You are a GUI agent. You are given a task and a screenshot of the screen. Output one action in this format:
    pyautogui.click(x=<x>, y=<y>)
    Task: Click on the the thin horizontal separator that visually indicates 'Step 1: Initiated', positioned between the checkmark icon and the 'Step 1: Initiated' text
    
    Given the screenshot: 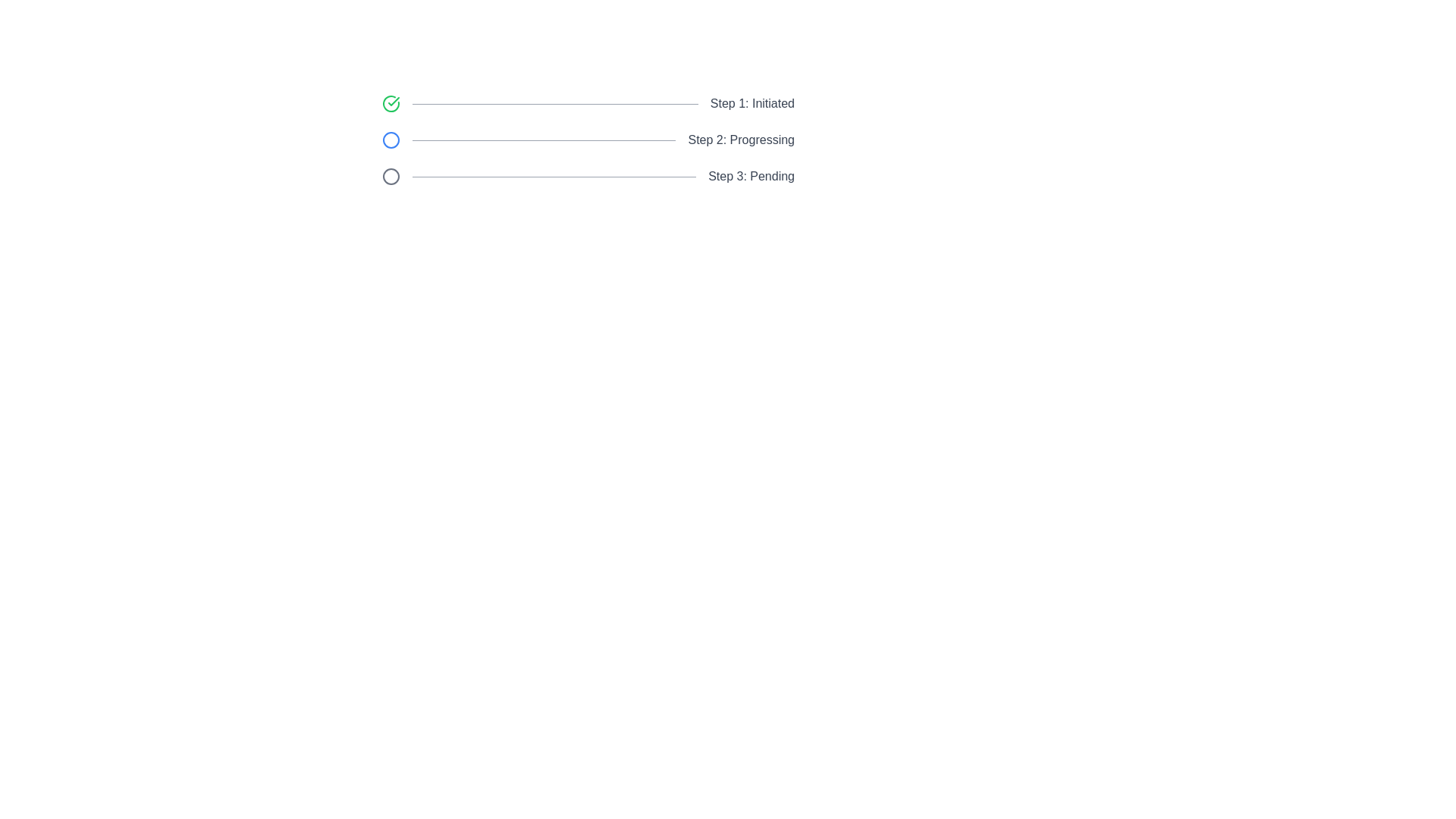 What is the action you would take?
    pyautogui.click(x=554, y=103)
    